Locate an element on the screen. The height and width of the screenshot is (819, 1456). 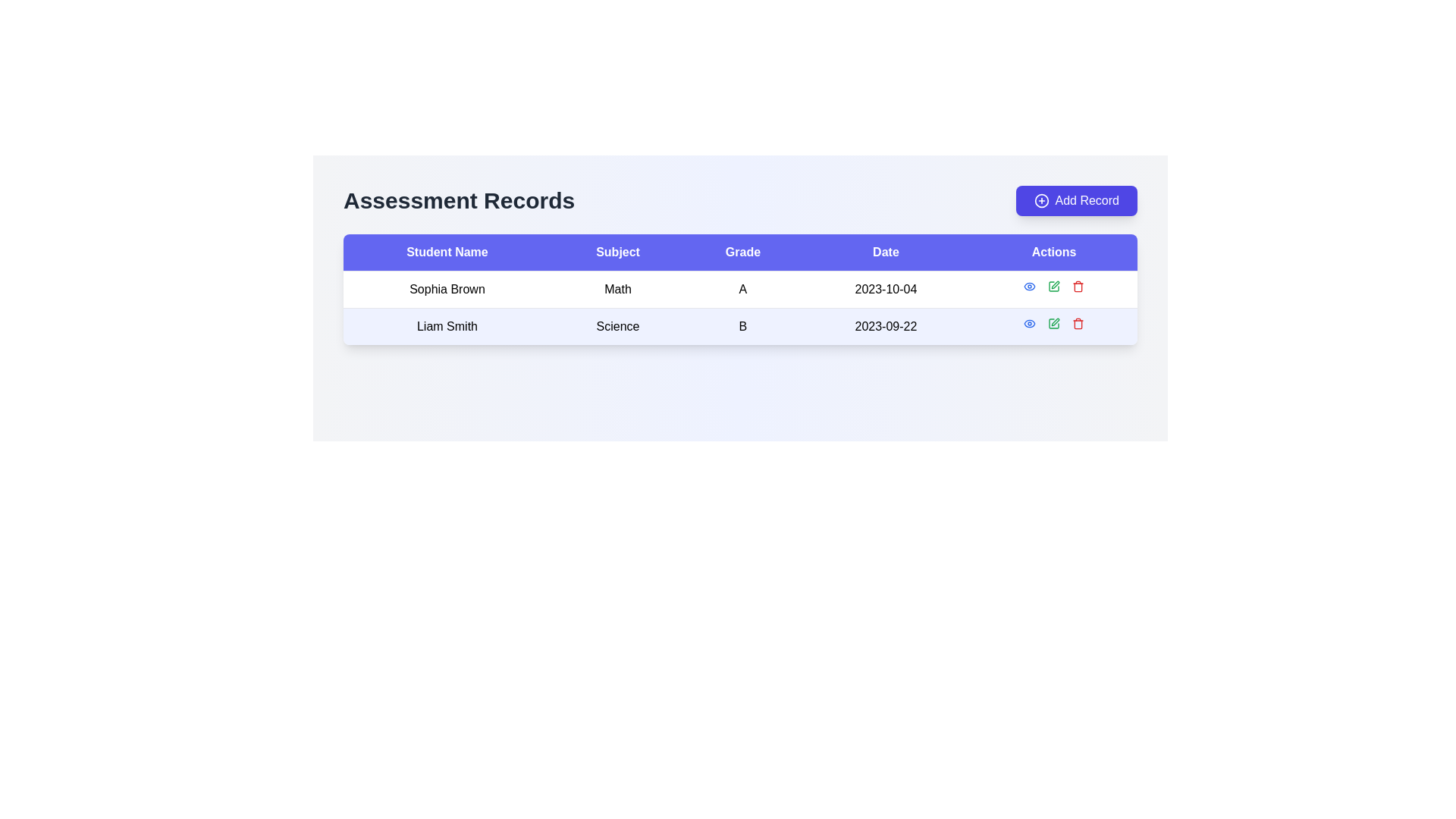
the central portion of the trash bin icon in the 'Actions' column of the second row is located at coordinates (1078, 287).